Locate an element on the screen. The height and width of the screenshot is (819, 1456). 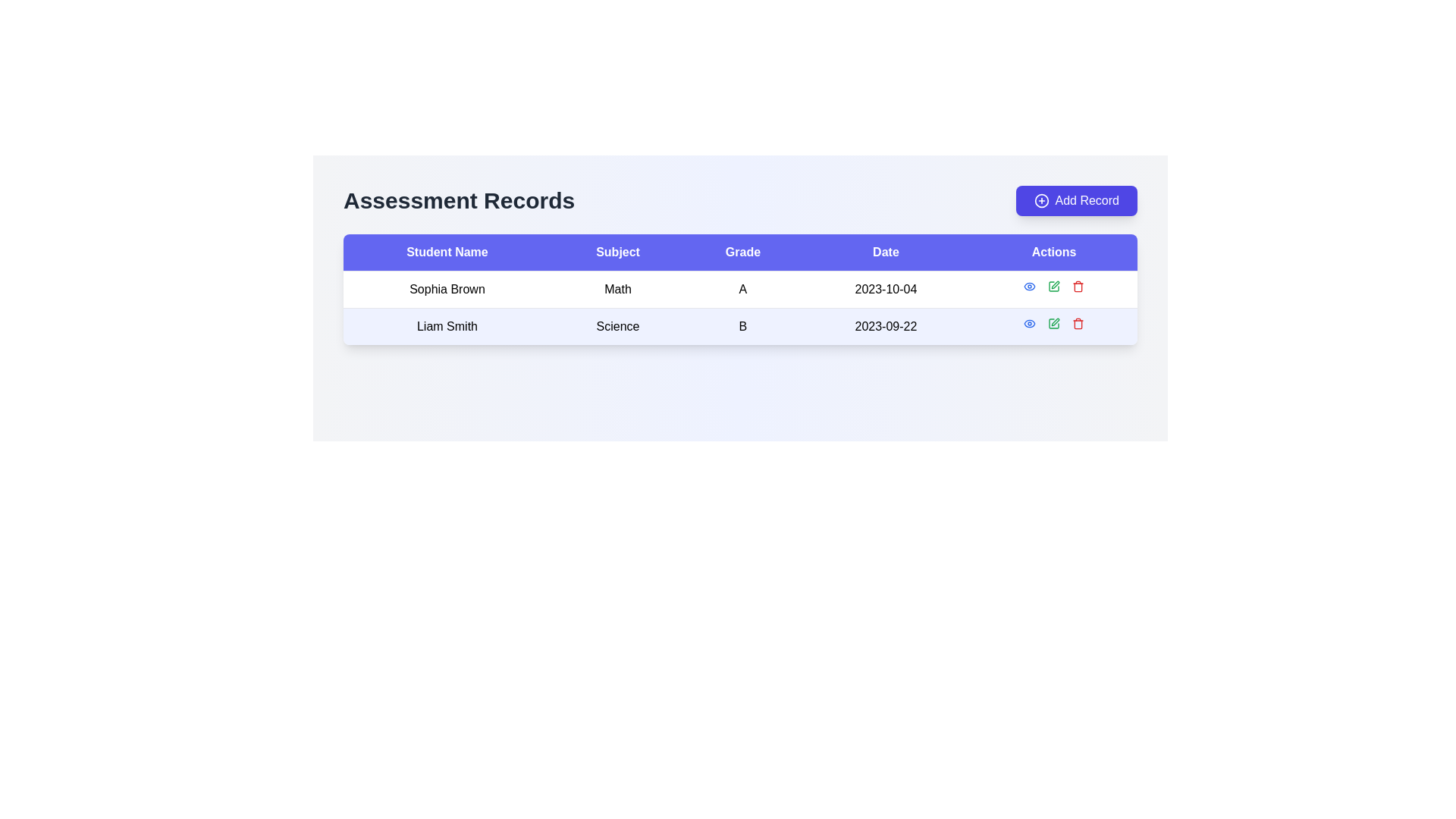
the central portion of the trash bin icon in the 'Actions' column of the second row is located at coordinates (1078, 287).